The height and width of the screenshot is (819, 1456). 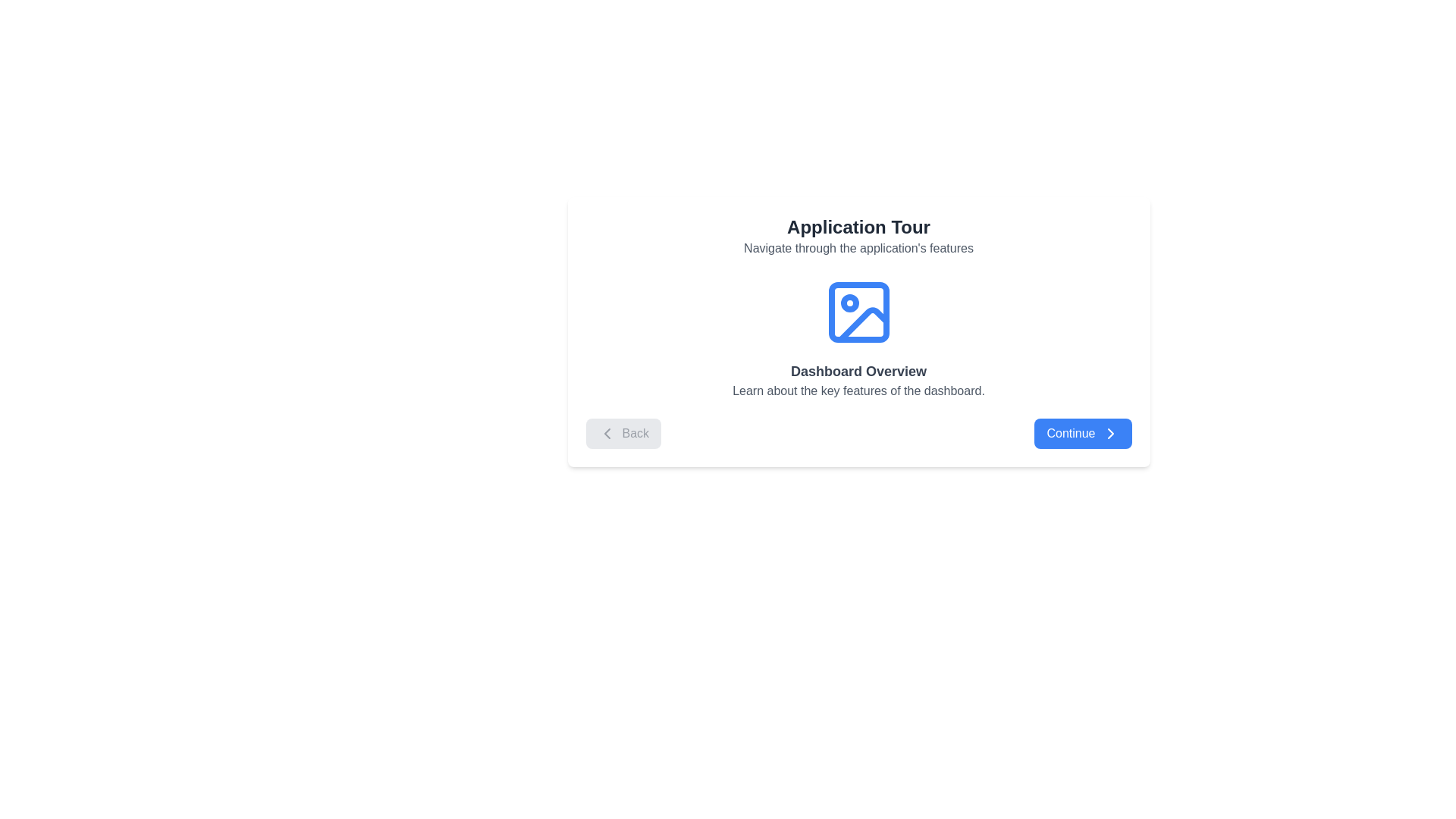 I want to click on the static text element that serves as the title, positioned at the top of the centered card-like section, which is directly above the subtitle 'Navigate through the application's features', so click(x=858, y=227).